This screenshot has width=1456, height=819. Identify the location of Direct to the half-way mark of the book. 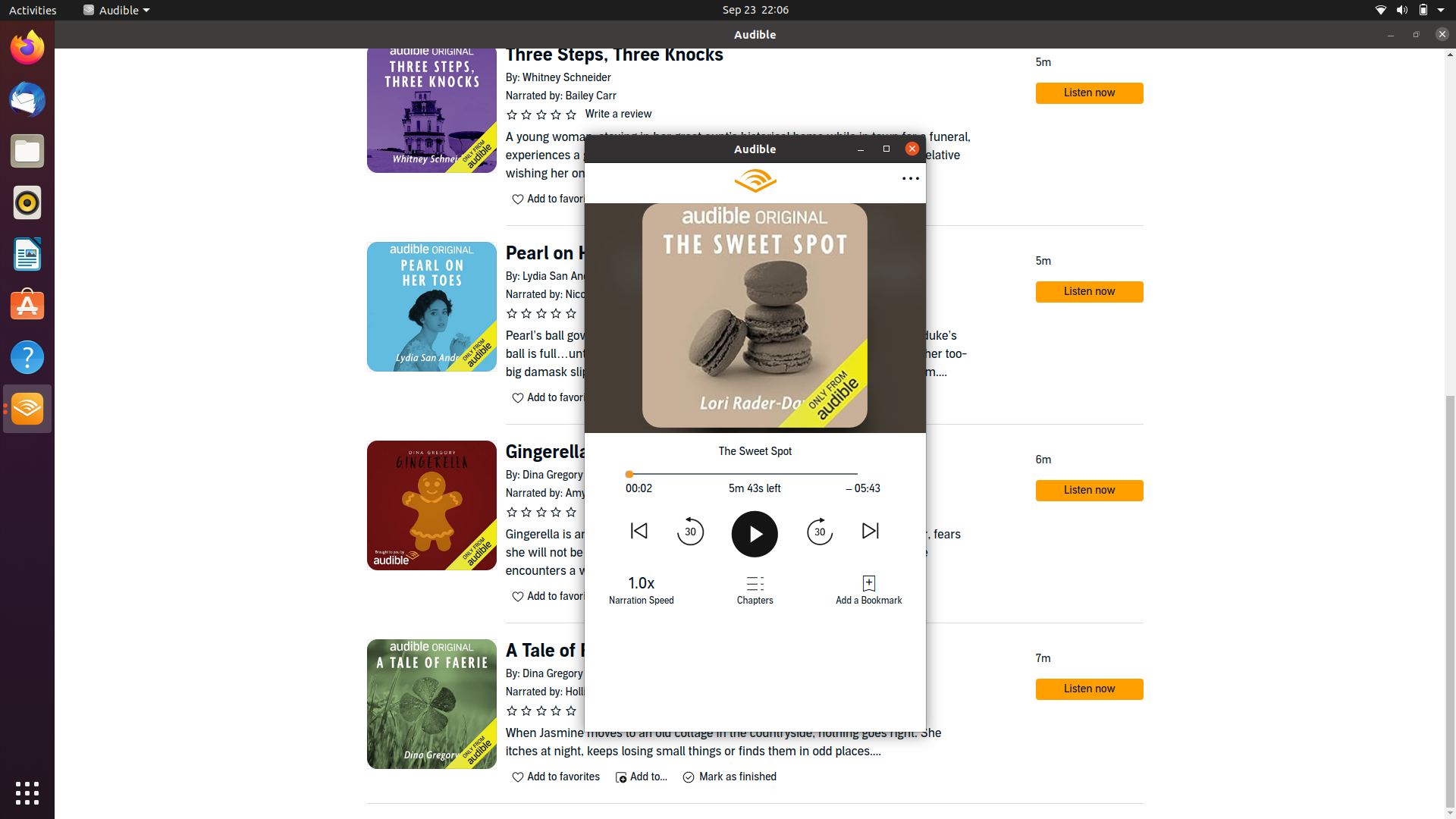
(753, 473).